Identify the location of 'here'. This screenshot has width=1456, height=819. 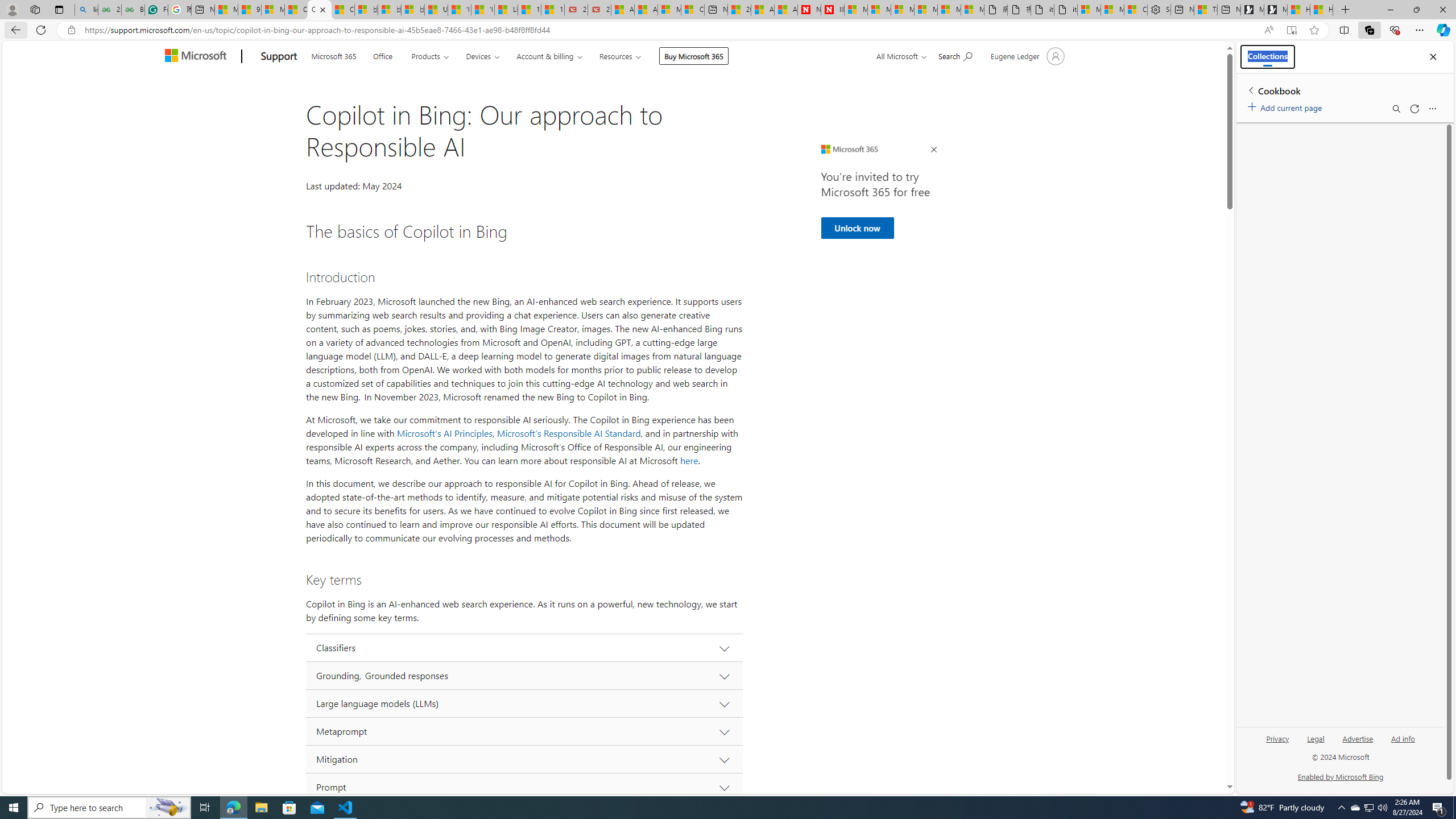
(689, 460).